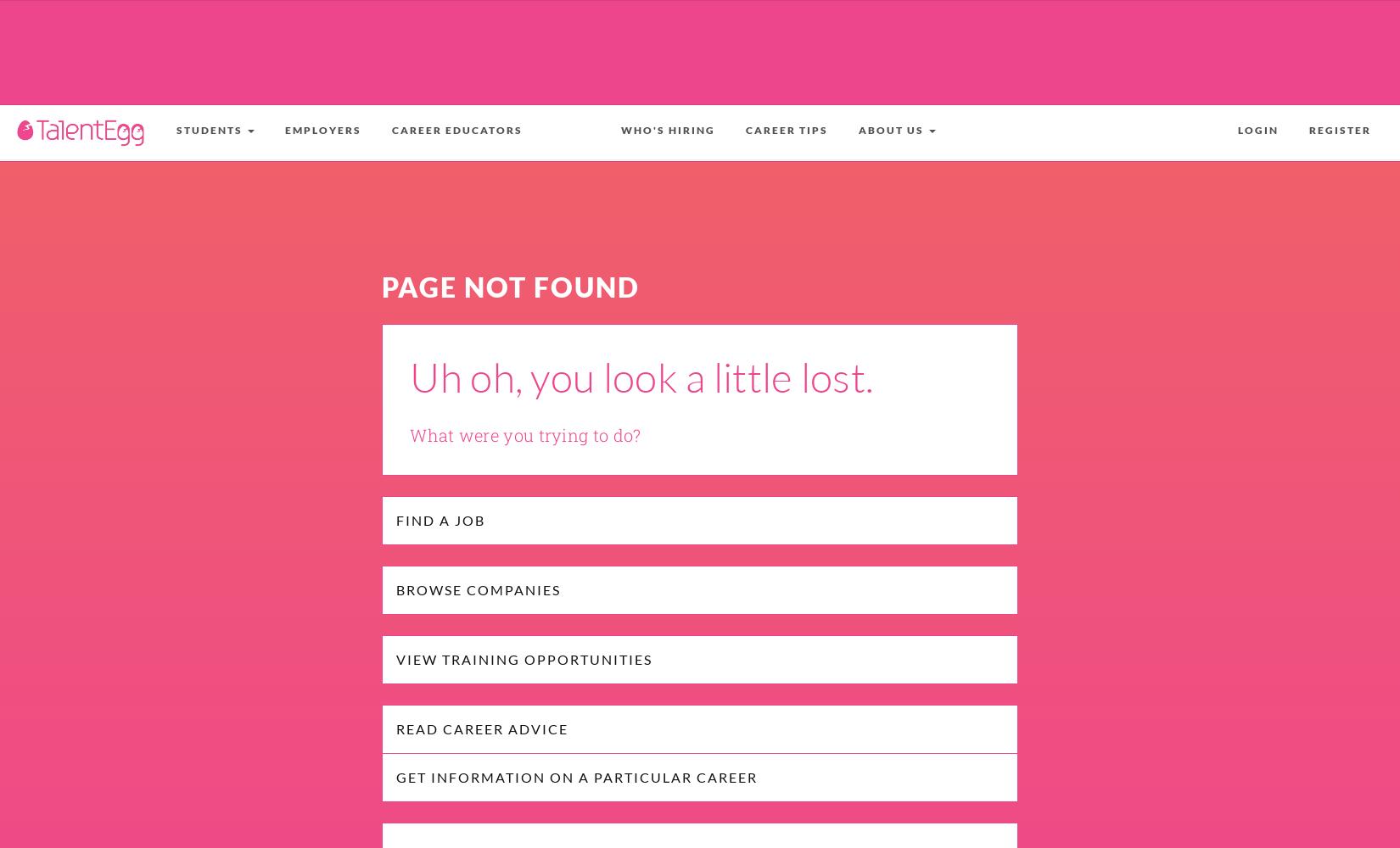  I want to click on 'Browse Companies', so click(477, 589).